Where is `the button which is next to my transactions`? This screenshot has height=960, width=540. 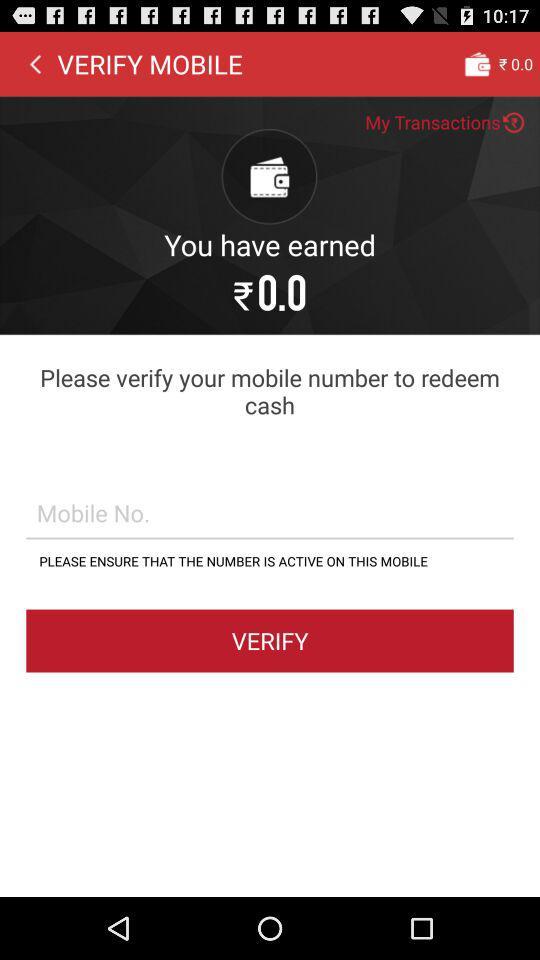
the button which is next to my transactions is located at coordinates (514, 121).